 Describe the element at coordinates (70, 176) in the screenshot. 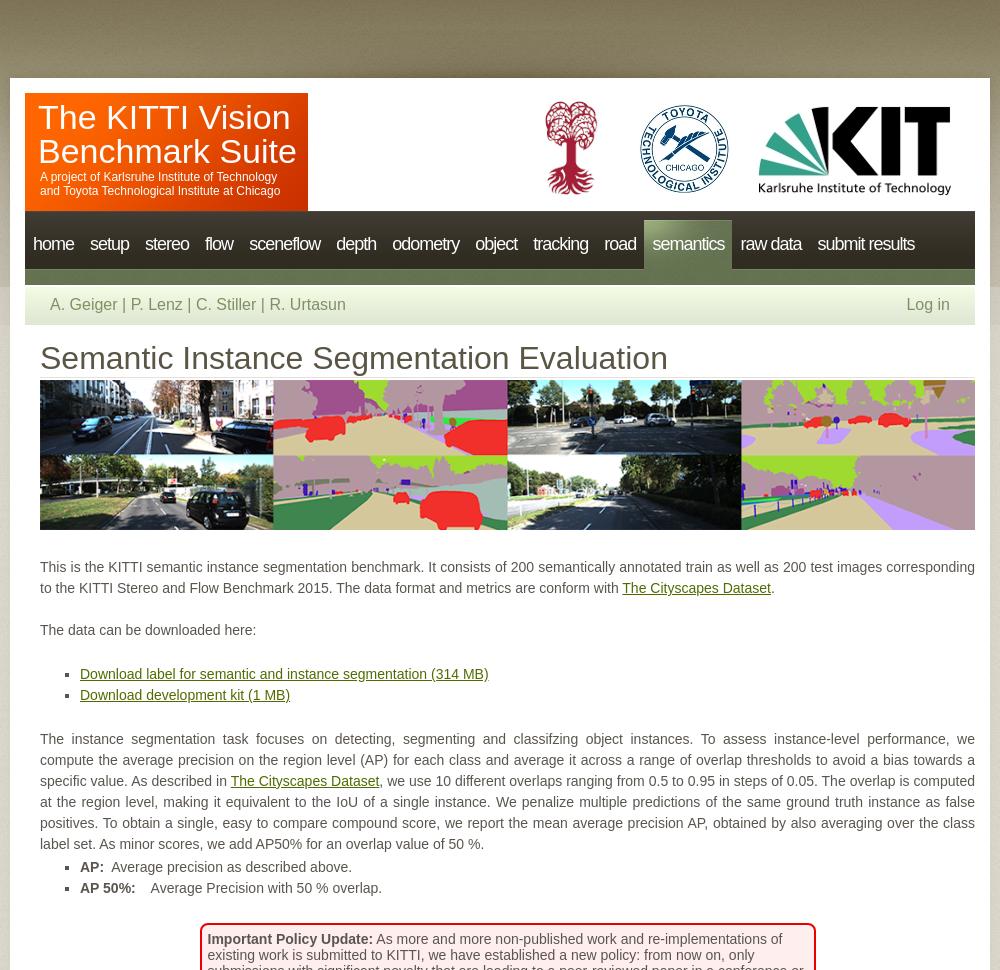

I see `'A project of'` at that location.